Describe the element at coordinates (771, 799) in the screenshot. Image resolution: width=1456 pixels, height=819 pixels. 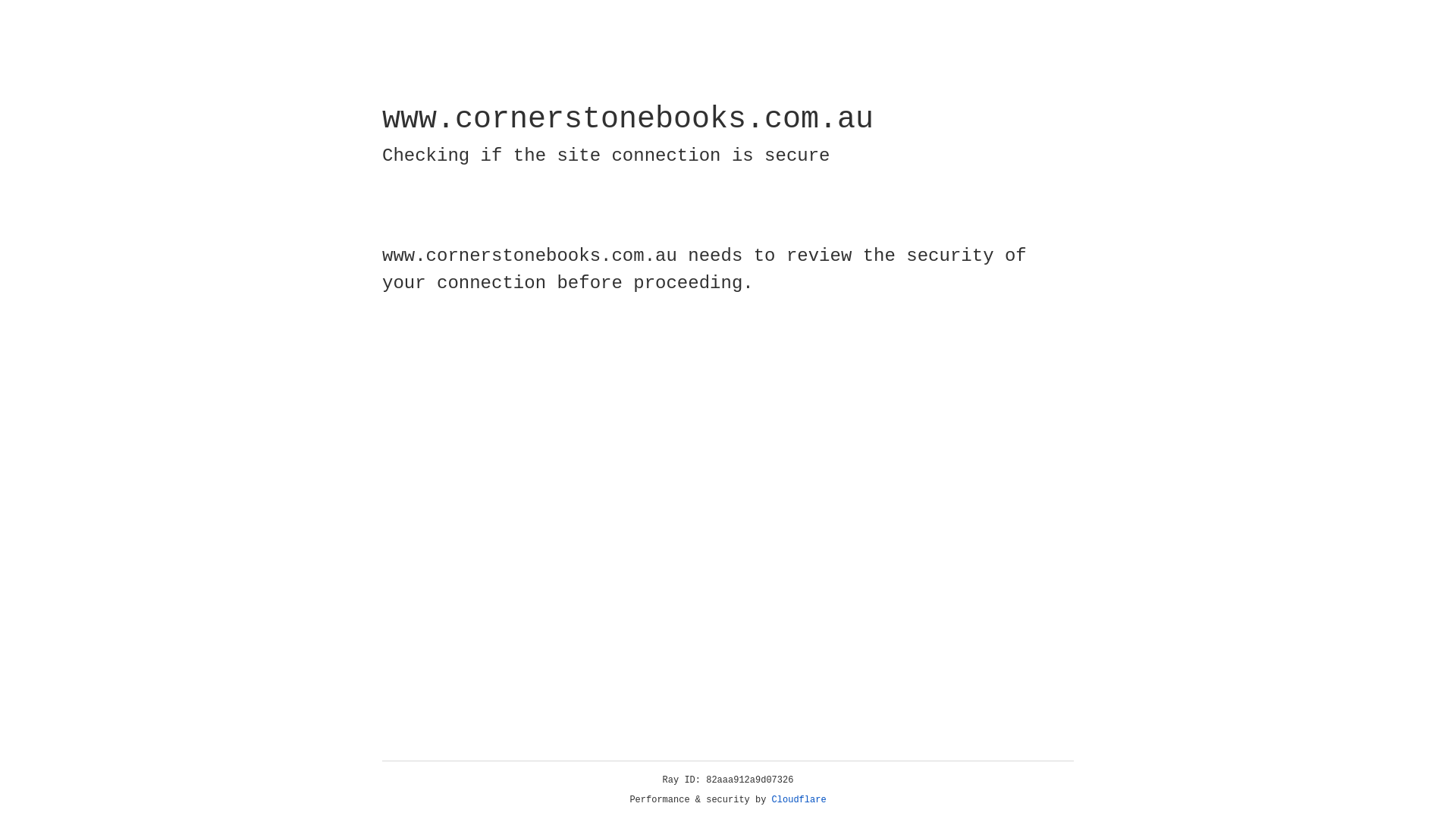
I see `'Cloudflare'` at that location.